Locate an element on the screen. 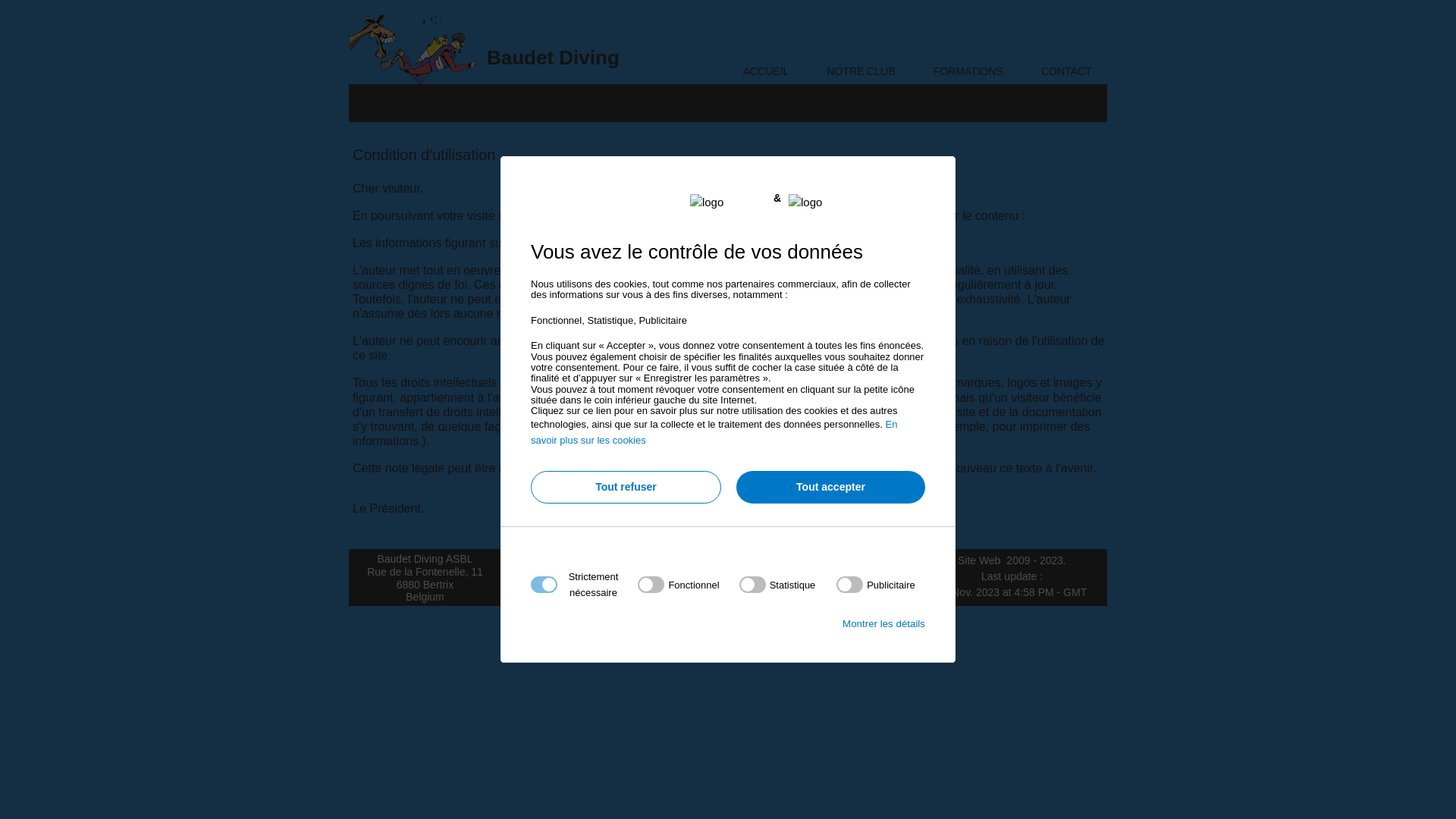 This screenshot has height=819, width=1456. 'ACCUEIL' is located at coordinates (766, 67).